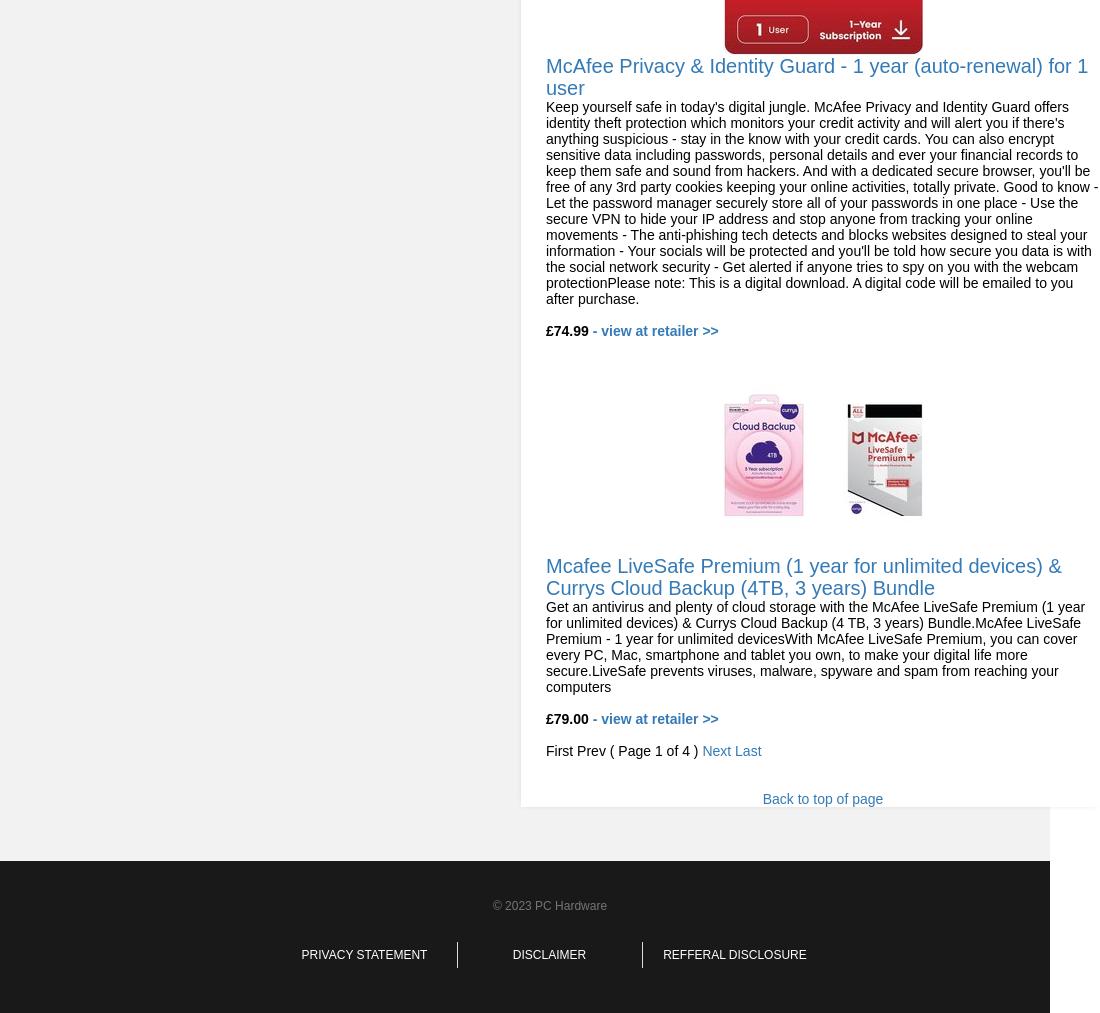  What do you see at coordinates (568, 331) in the screenshot?
I see `'£74.99'` at bounding box center [568, 331].